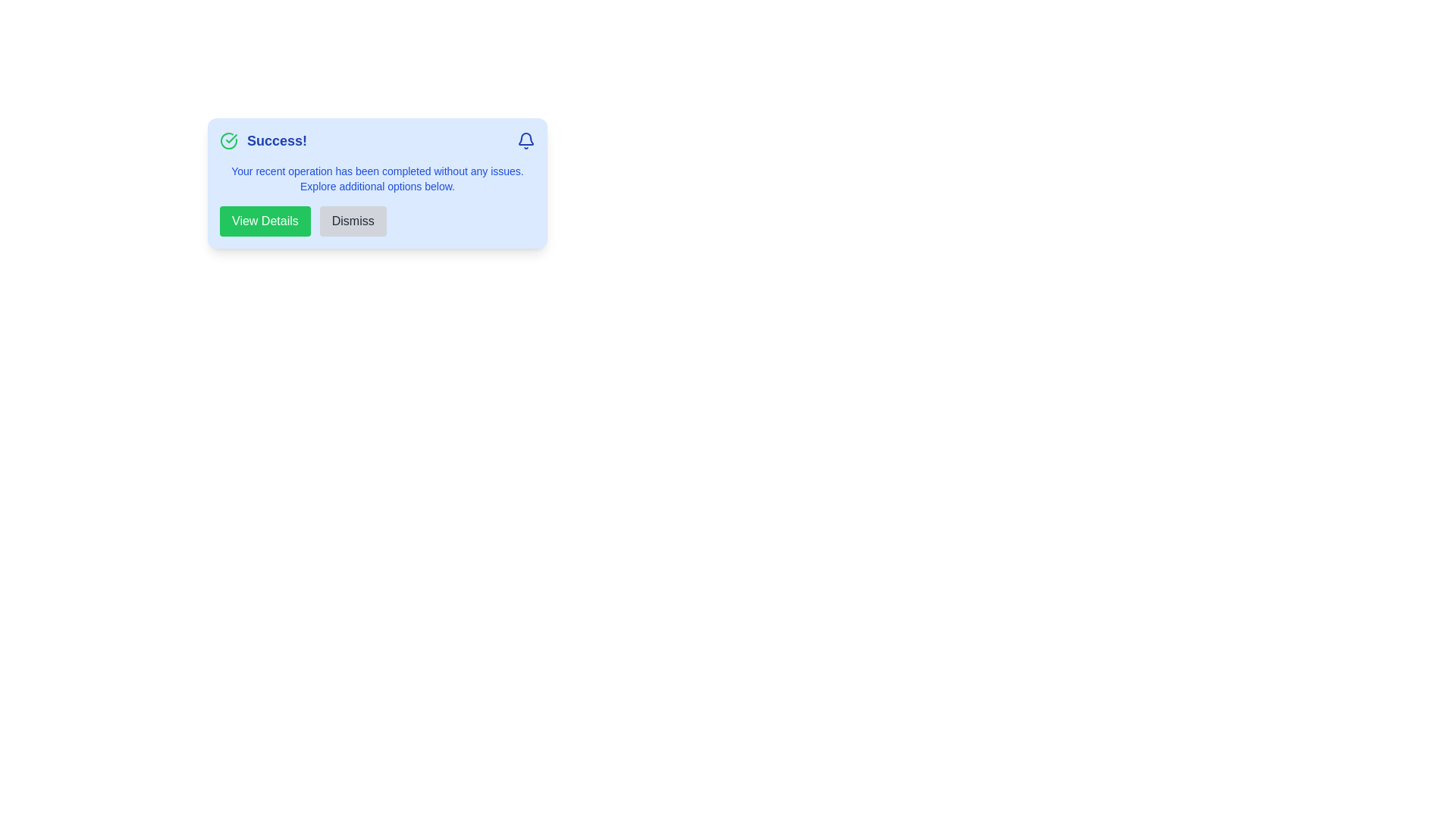  I want to click on the 'Dismiss' button to close the notification, so click(352, 221).